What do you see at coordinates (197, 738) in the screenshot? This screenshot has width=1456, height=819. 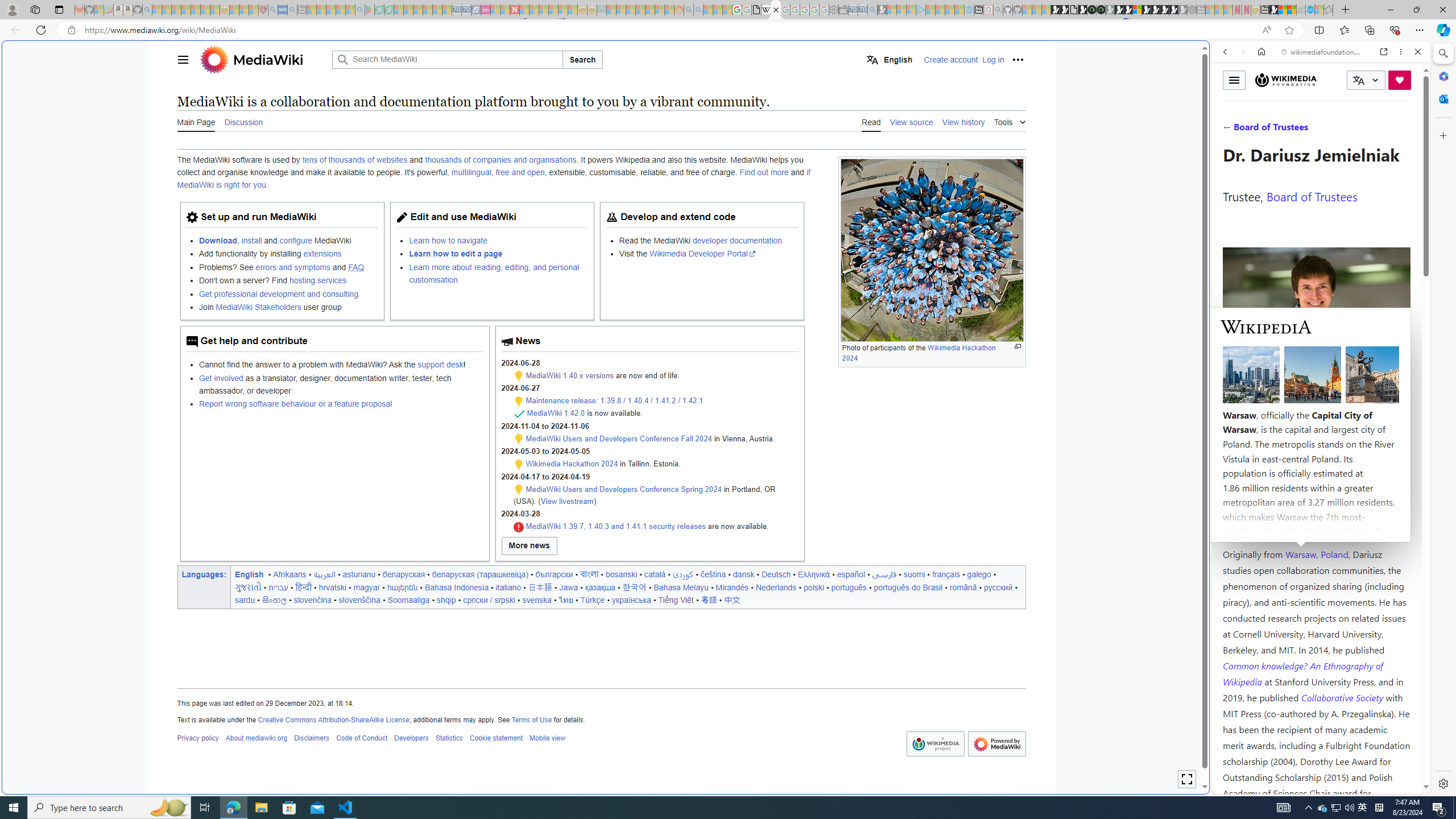 I see `'Privacy policy'` at bounding box center [197, 738].